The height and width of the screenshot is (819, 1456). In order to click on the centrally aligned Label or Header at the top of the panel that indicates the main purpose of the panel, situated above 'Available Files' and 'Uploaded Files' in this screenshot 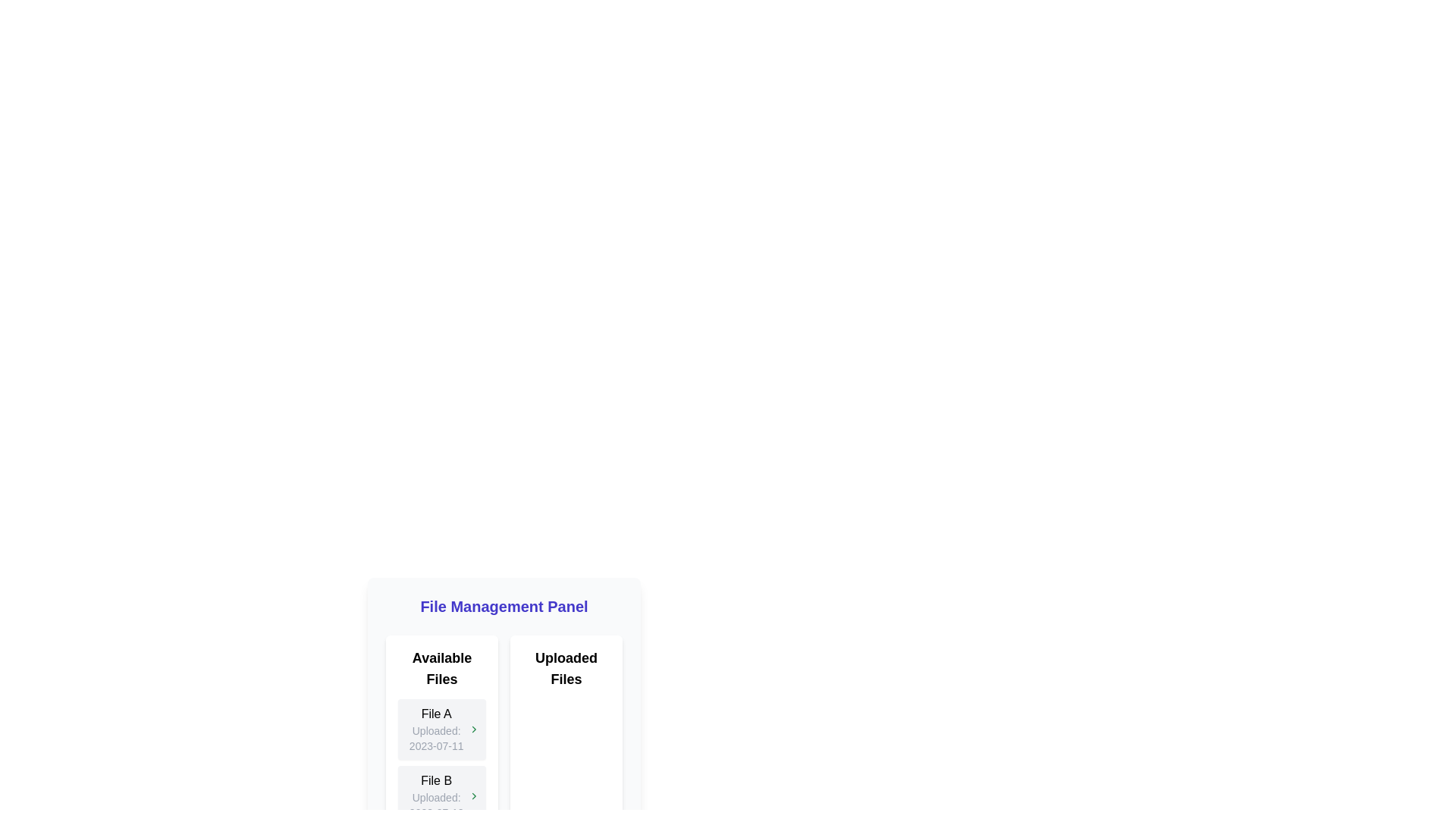, I will do `click(504, 605)`.